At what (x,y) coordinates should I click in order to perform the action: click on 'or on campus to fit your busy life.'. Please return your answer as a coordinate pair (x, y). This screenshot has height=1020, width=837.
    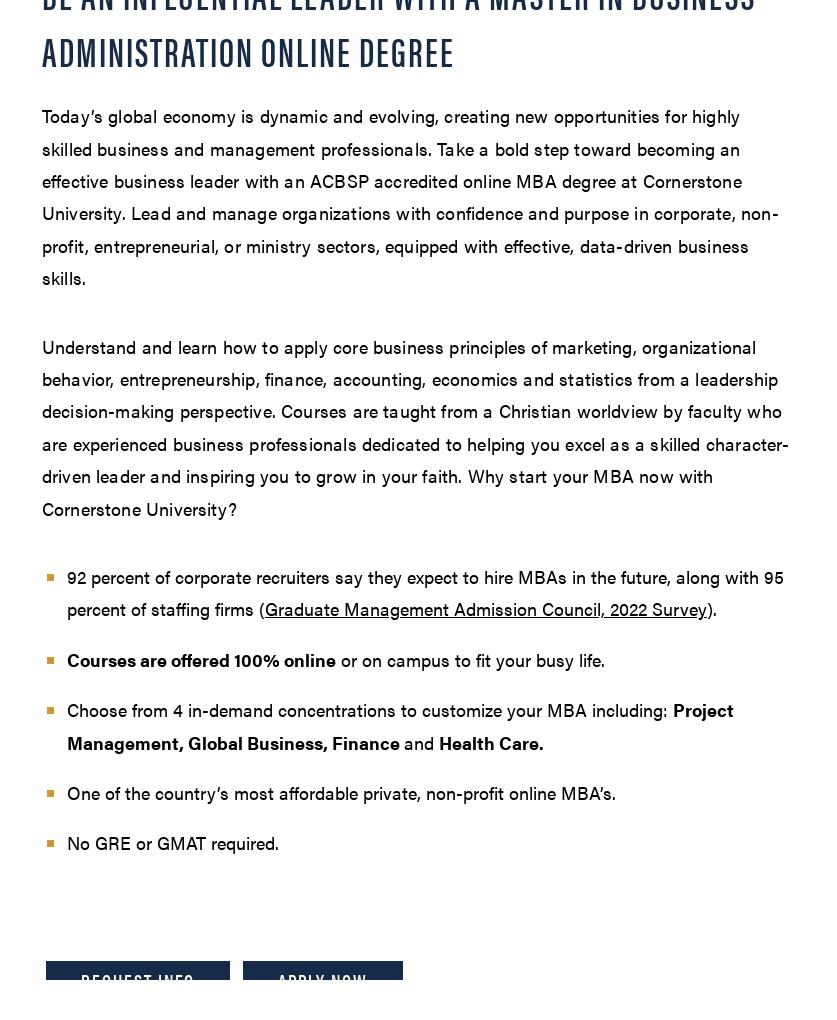
    Looking at the image, I should click on (334, 658).